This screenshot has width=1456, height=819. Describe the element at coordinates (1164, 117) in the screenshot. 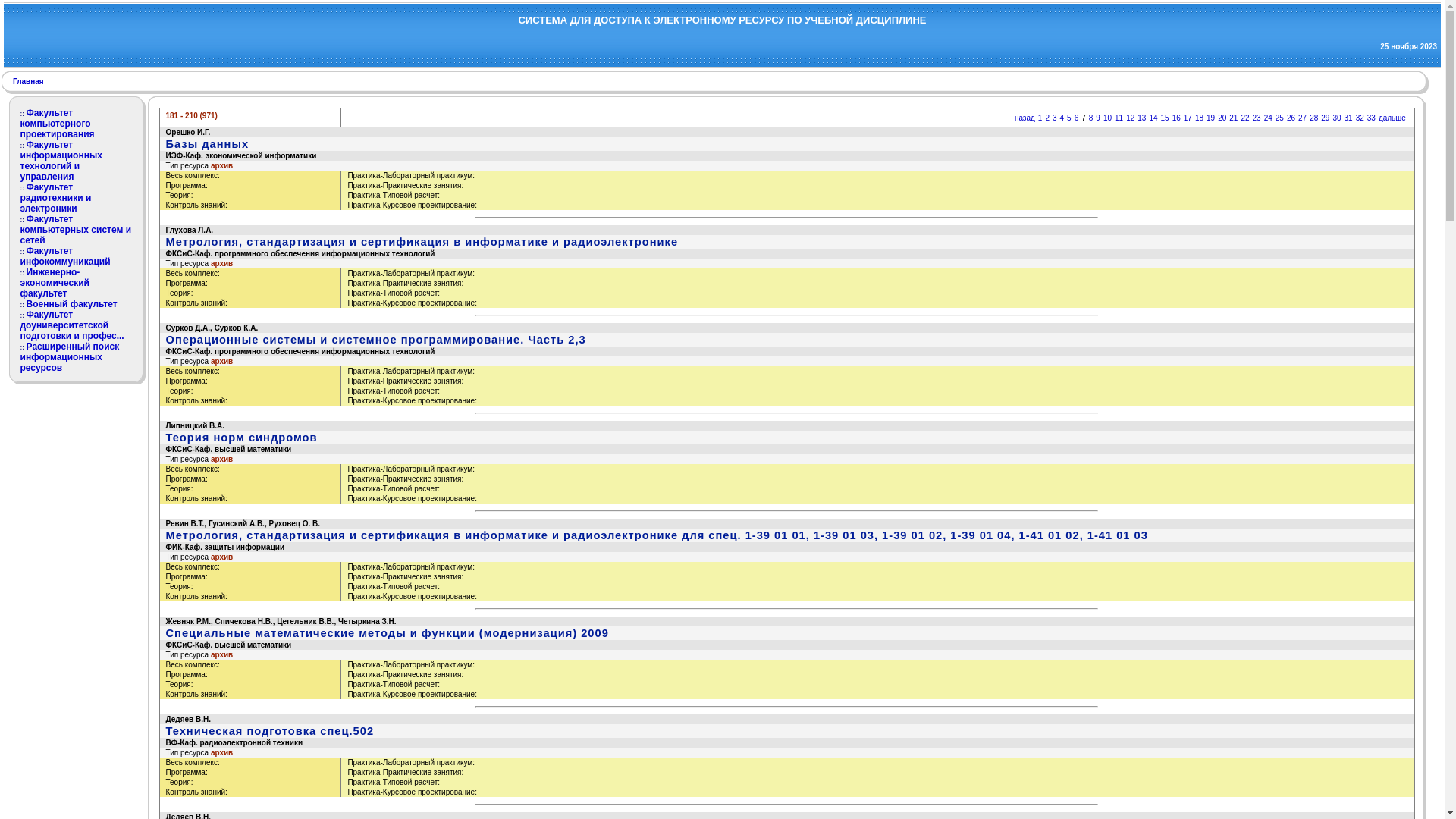

I see `'15'` at that location.